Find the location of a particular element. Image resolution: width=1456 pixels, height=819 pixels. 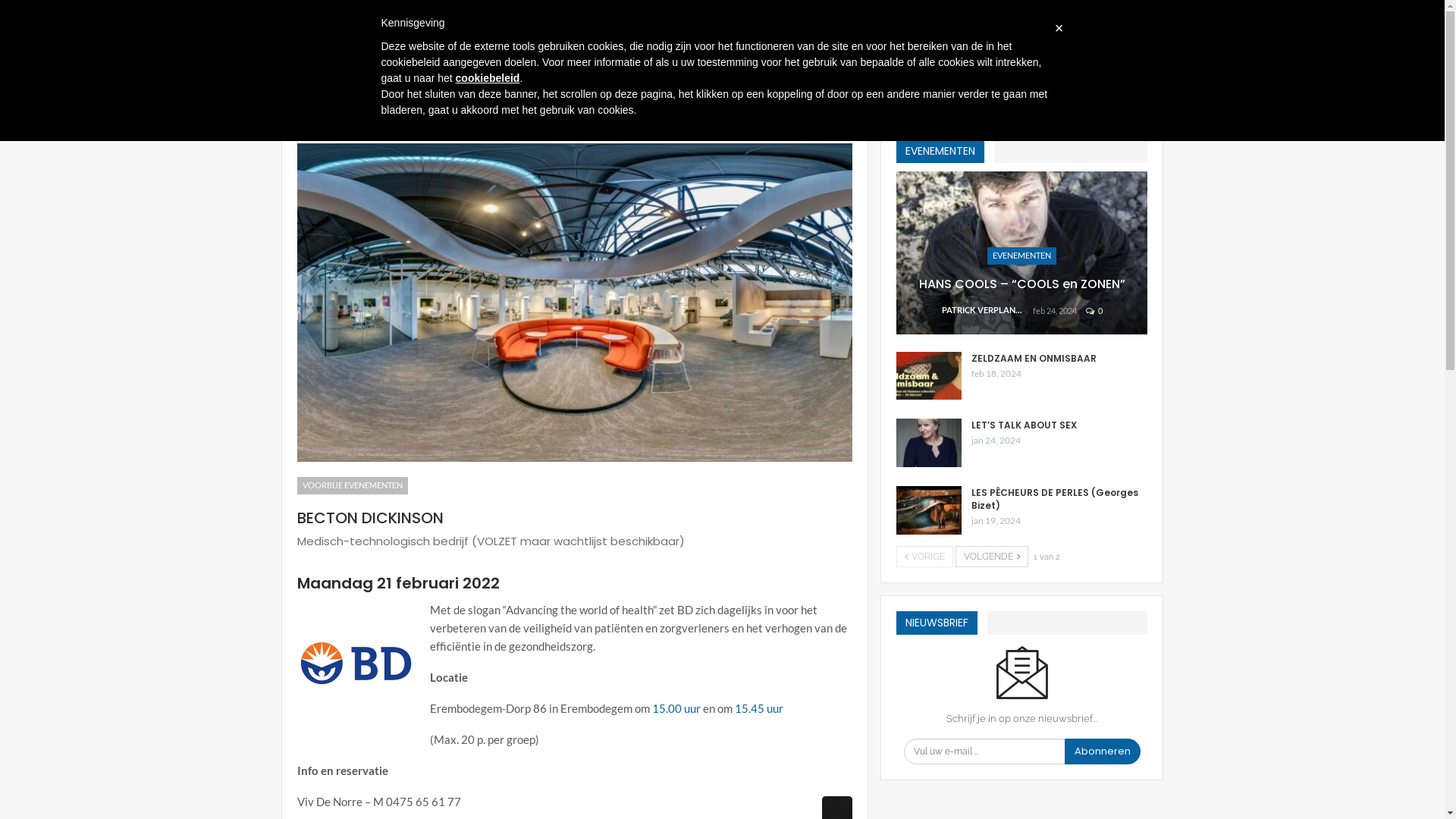

'0' is located at coordinates (1094, 309).